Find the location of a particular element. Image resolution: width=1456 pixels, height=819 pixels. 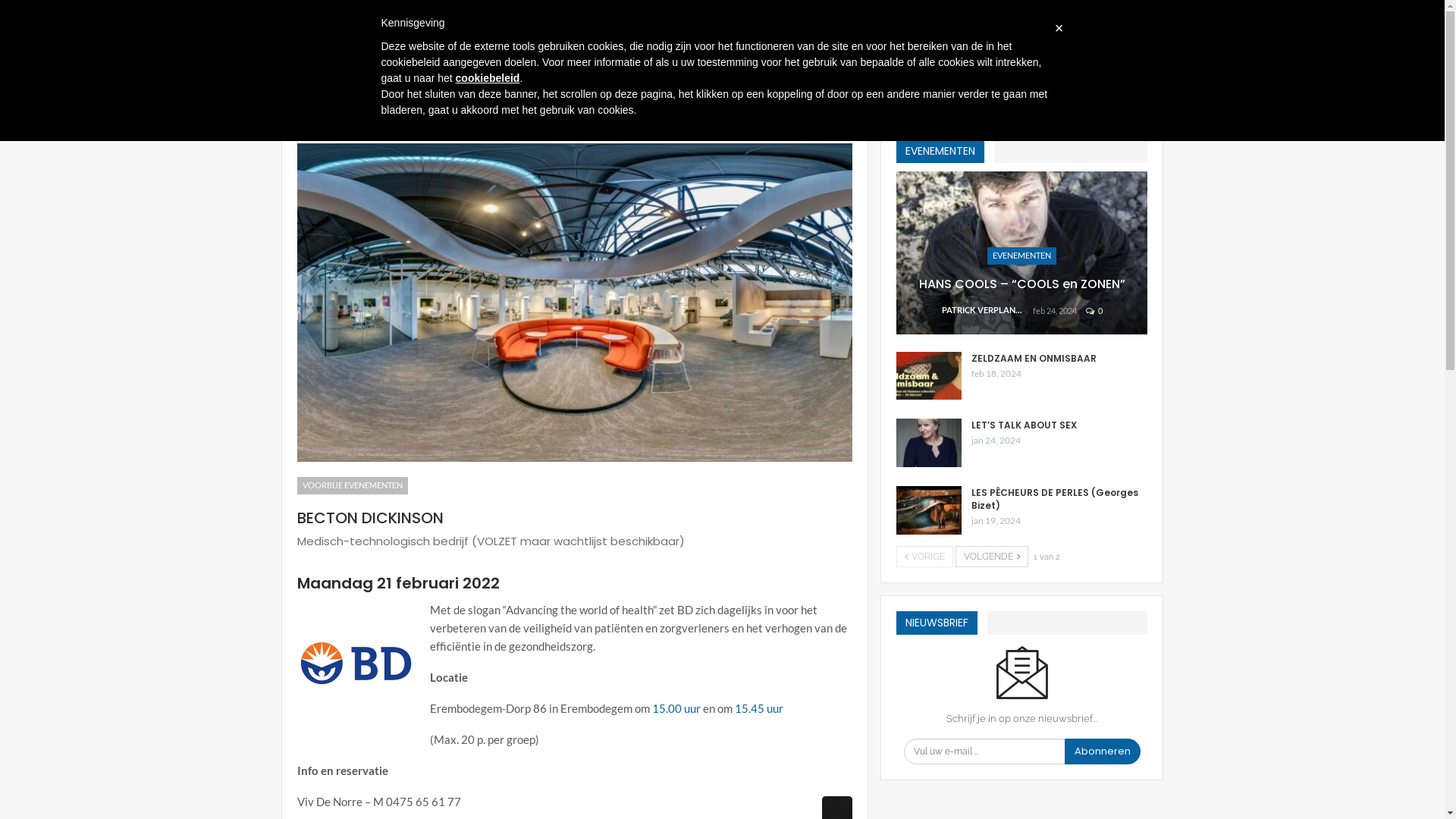

'0' is located at coordinates (1094, 309).